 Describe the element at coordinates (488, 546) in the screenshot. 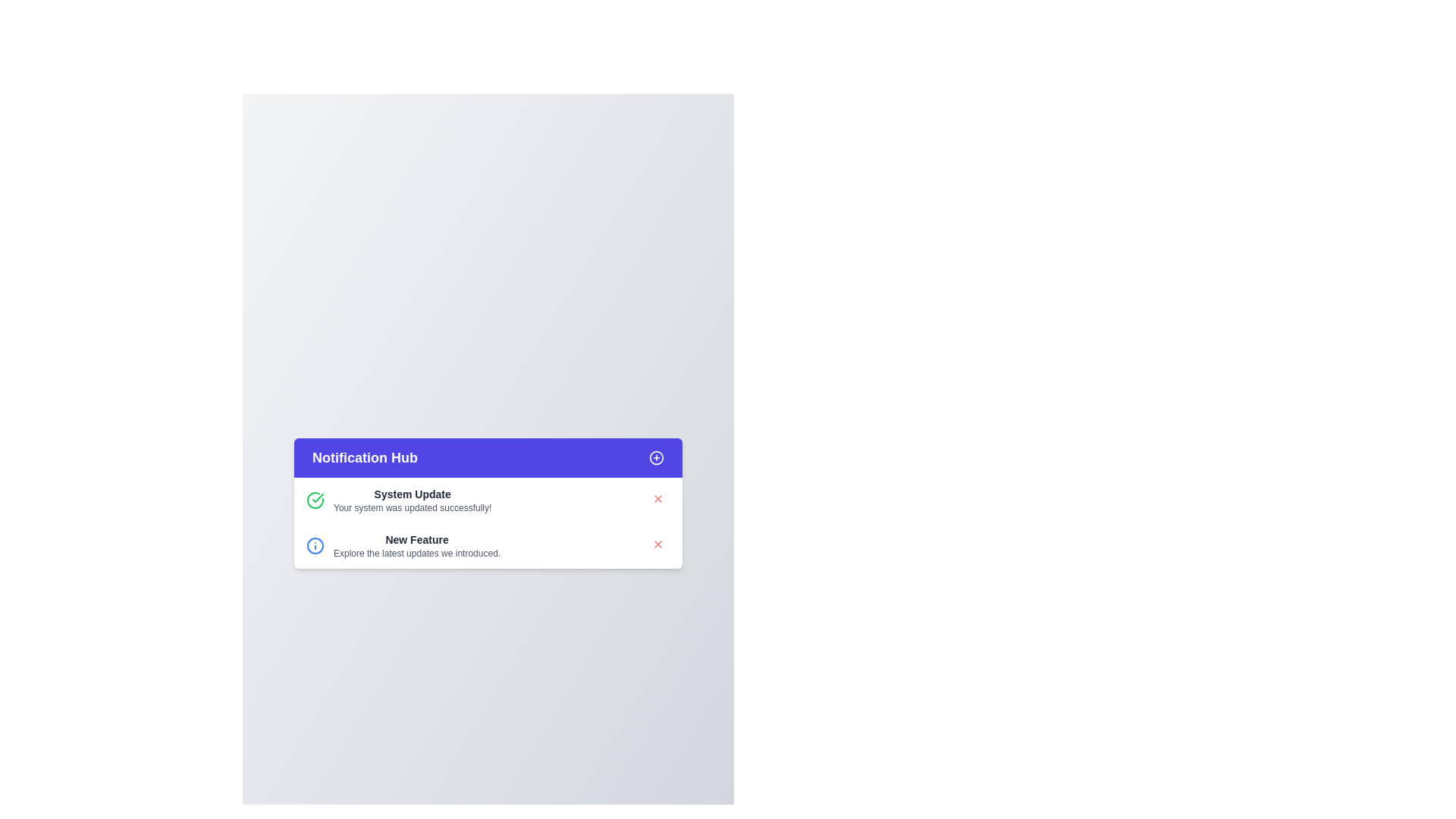

I see `the informational icon of the second notification entry in the 'Notification Hub' section to view details` at that location.